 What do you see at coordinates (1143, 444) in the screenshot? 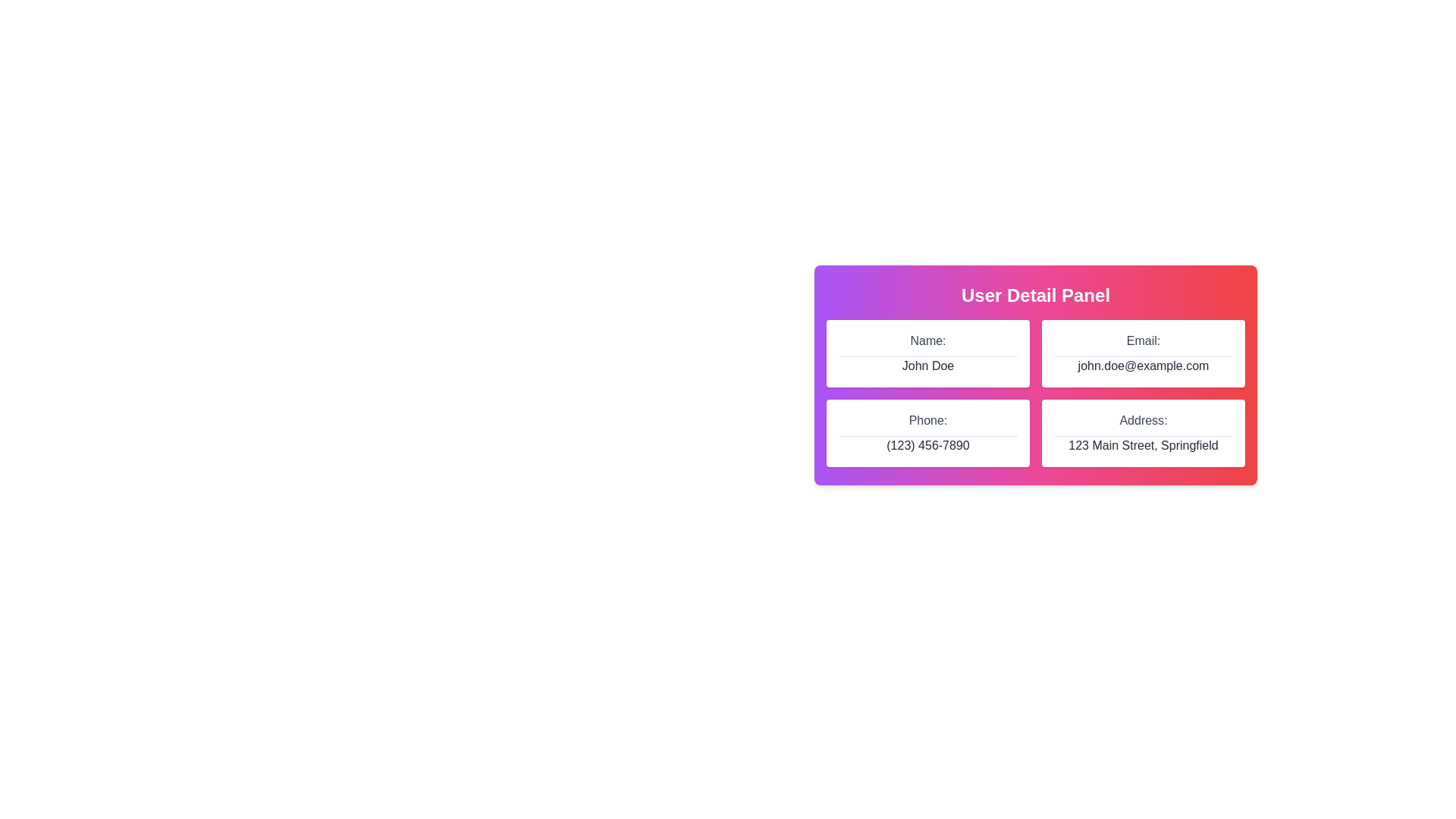
I see `the text display element showing '123 Main Street, Springfield', located below the 'Address:' label in the User Detail Panel` at bounding box center [1143, 444].